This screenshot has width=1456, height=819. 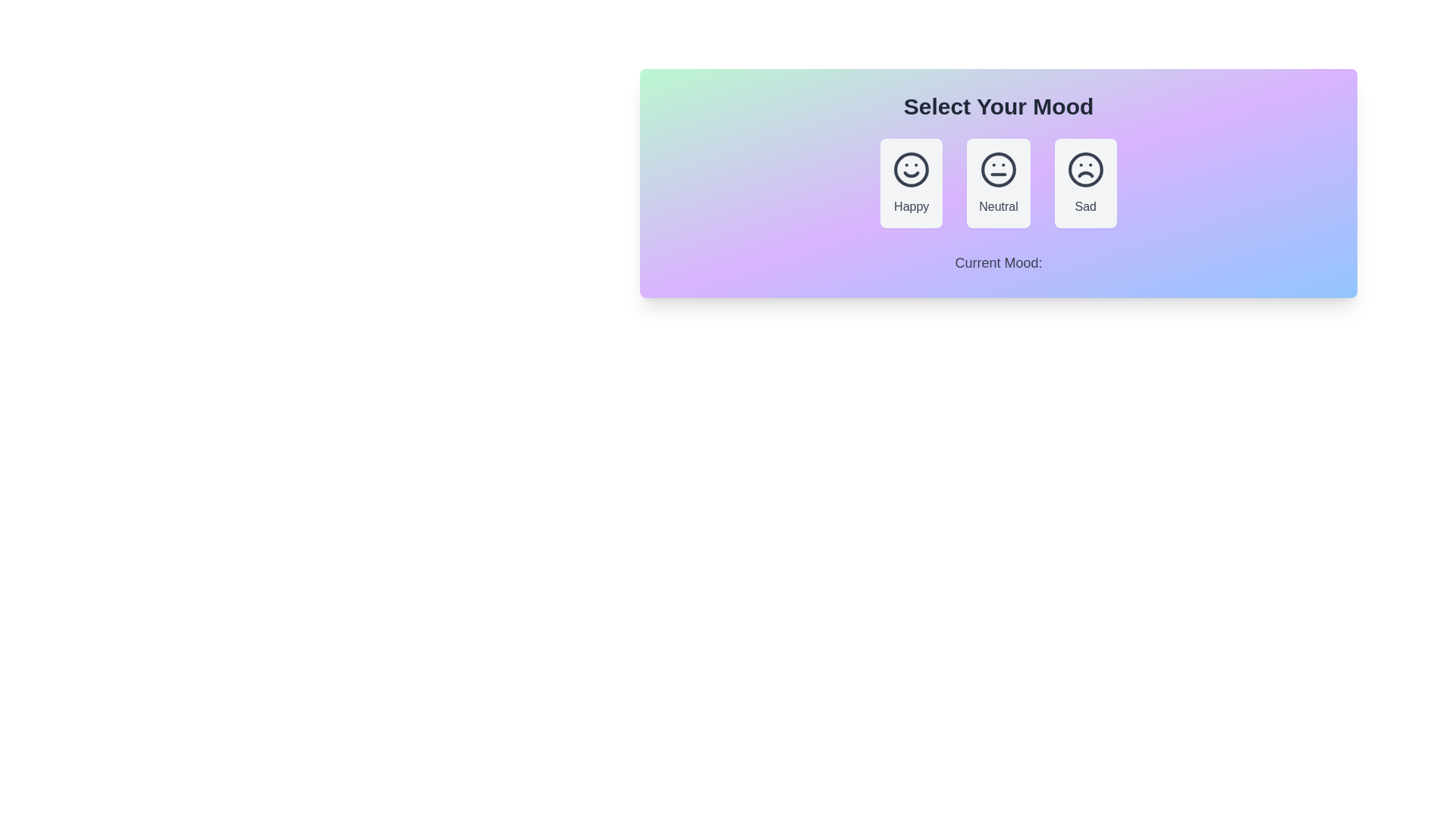 What do you see at coordinates (1084, 183) in the screenshot?
I see `the Sad button to select the corresponding mood` at bounding box center [1084, 183].